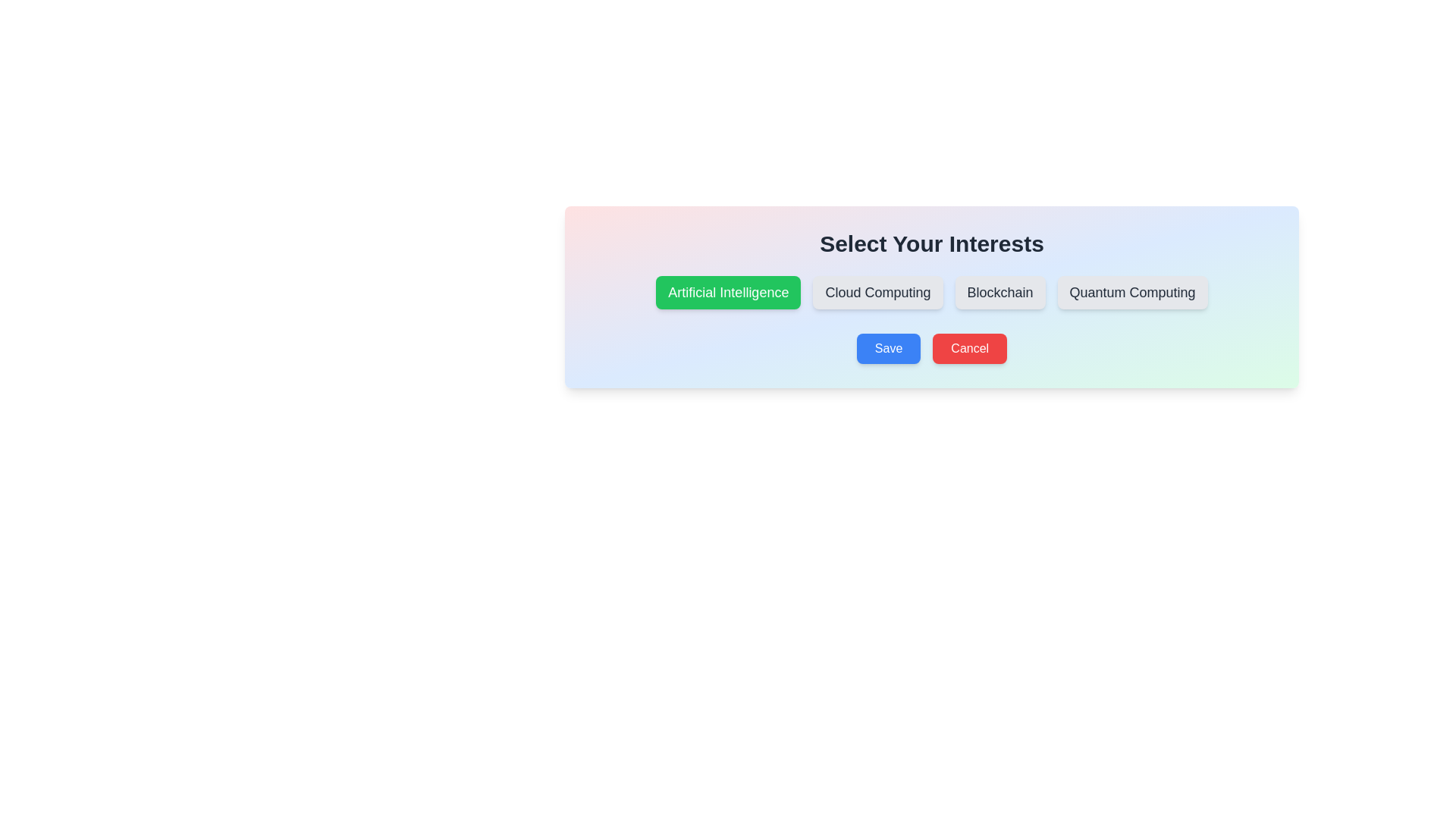 This screenshot has height=819, width=1456. What do you see at coordinates (888, 348) in the screenshot?
I see `the 'Save' button to confirm the selections` at bounding box center [888, 348].